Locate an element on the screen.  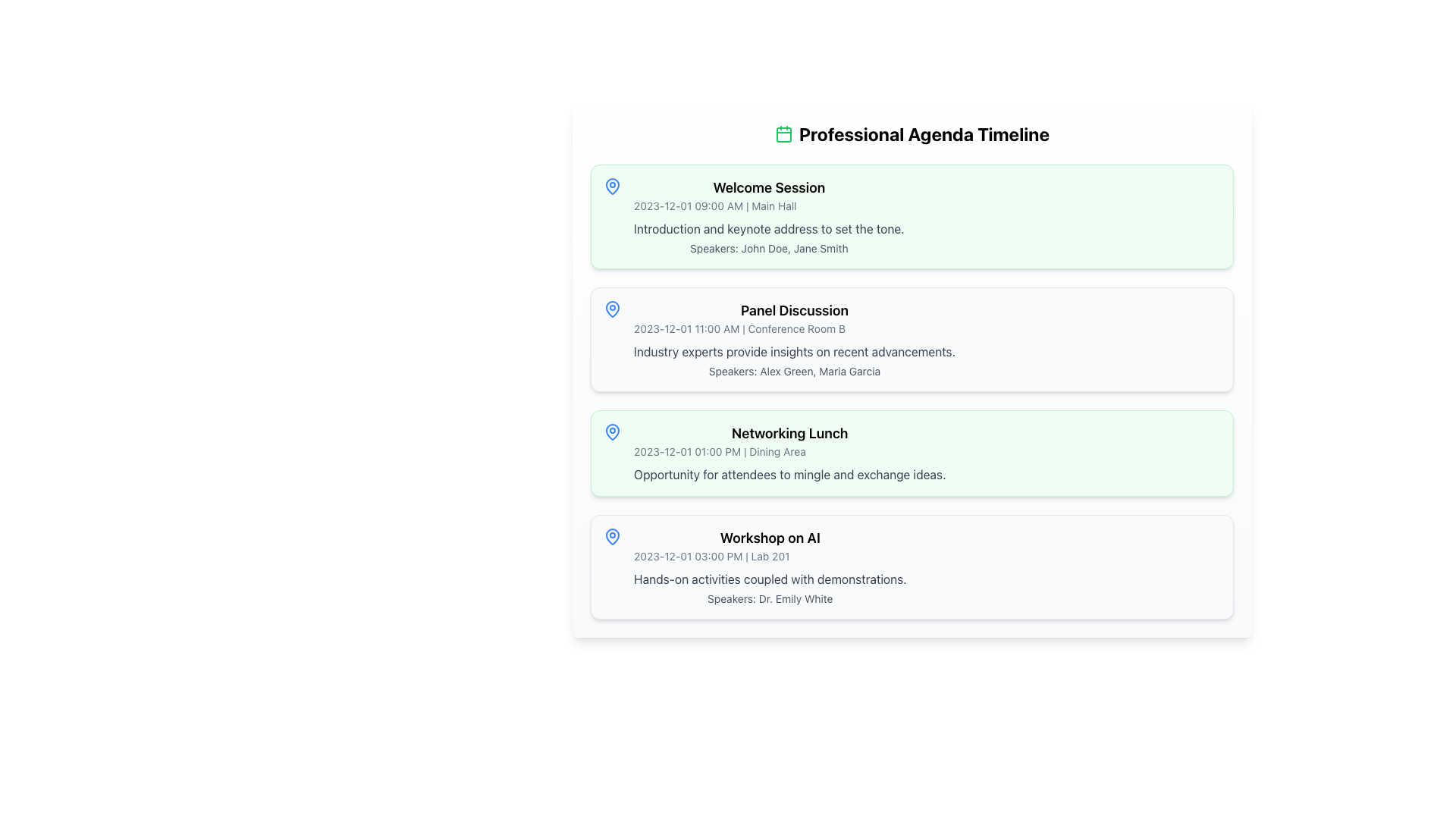
the Text Display element that provides a description of the 'Welcome Session', located below the title and above the speakers' names is located at coordinates (769, 228).